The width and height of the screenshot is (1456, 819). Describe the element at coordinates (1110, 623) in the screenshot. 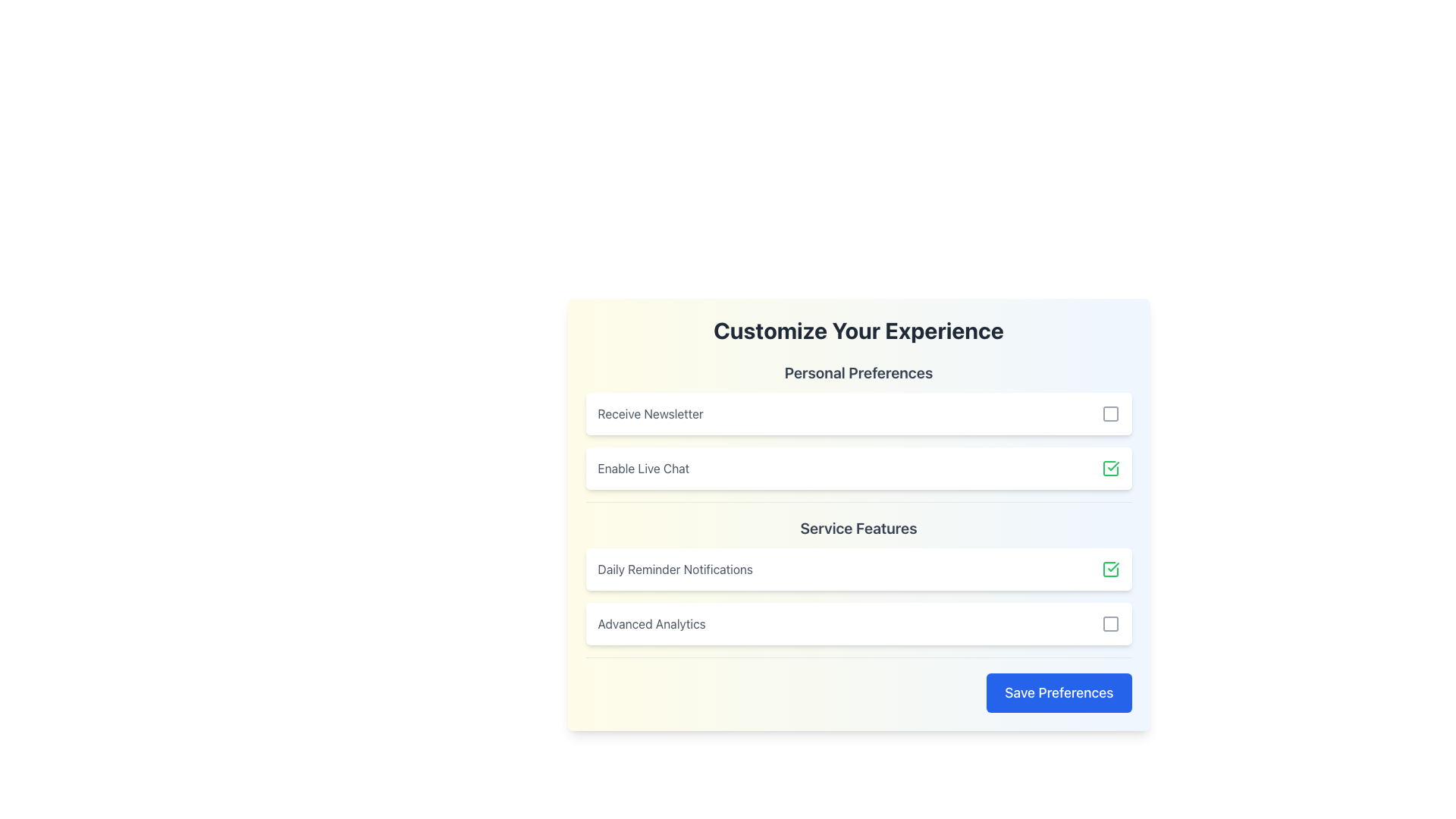

I see `the interactive checkbox with a red border located in the 'Advanced Analytics' section, positioned in the fourth row of 'Service Features', to check or uncheck it` at that location.